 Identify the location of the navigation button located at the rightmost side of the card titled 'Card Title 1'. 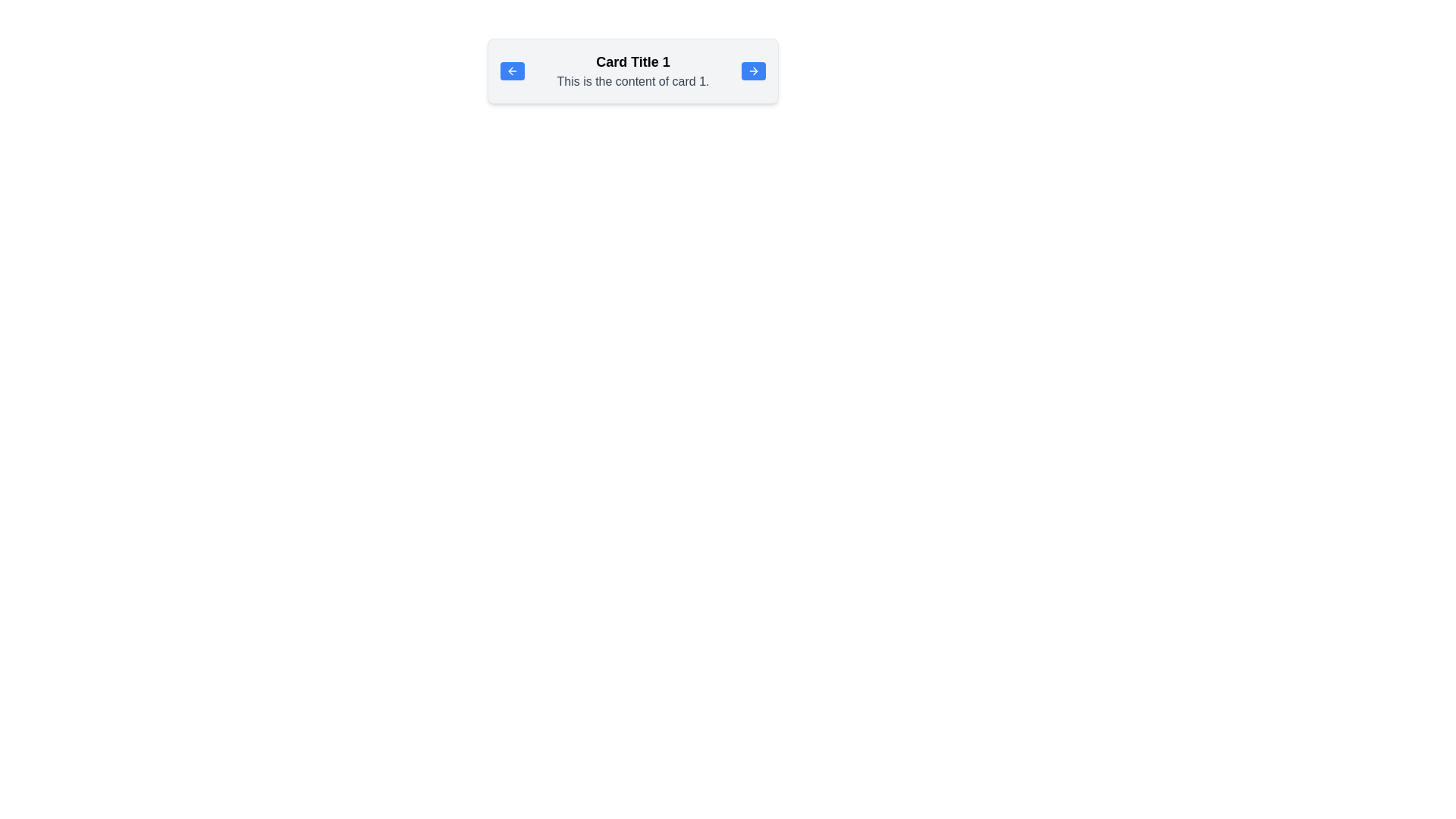
(753, 71).